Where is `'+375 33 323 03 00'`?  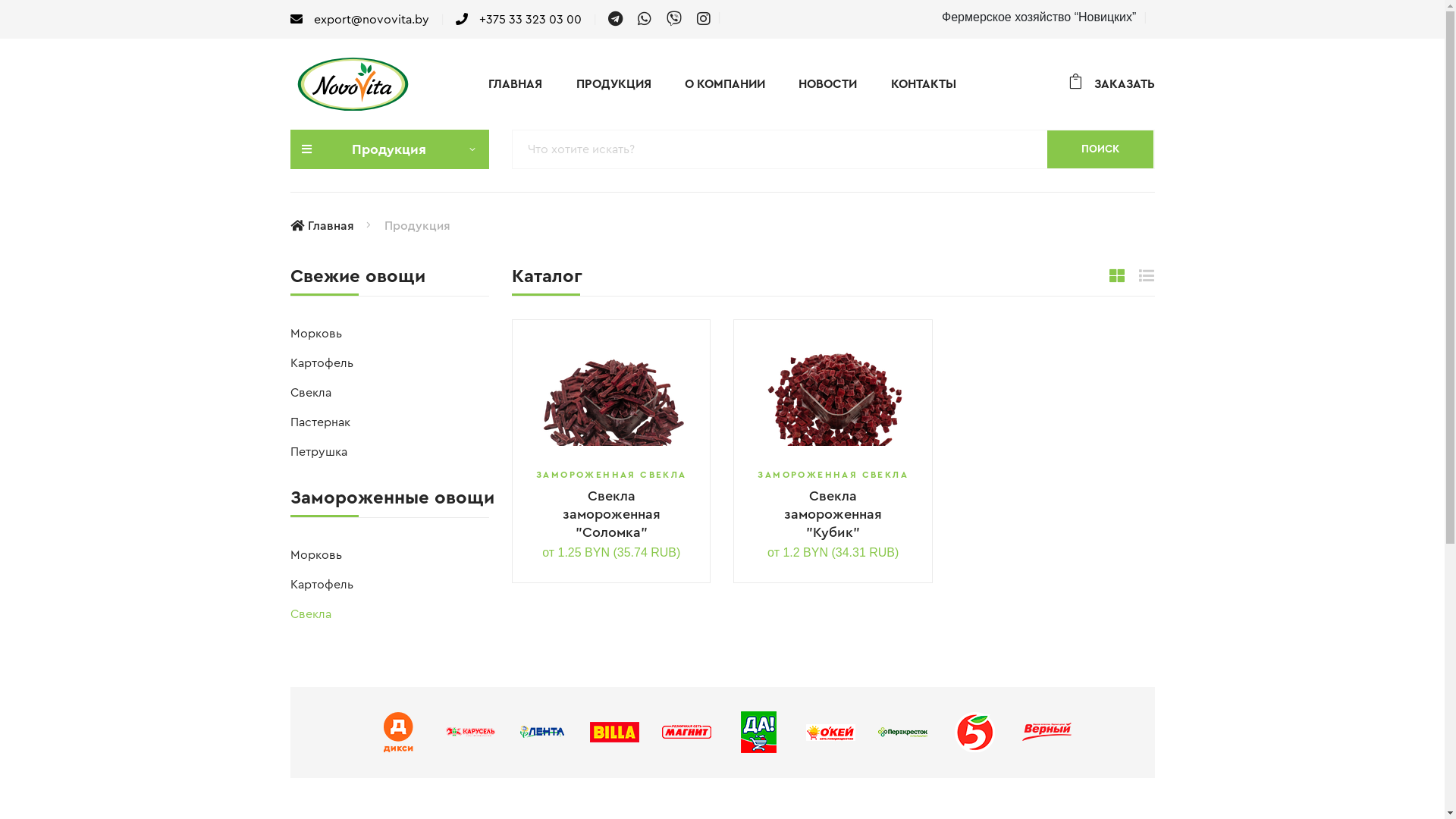
'+375 33 323 03 00' is located at coordinates (454, 19).